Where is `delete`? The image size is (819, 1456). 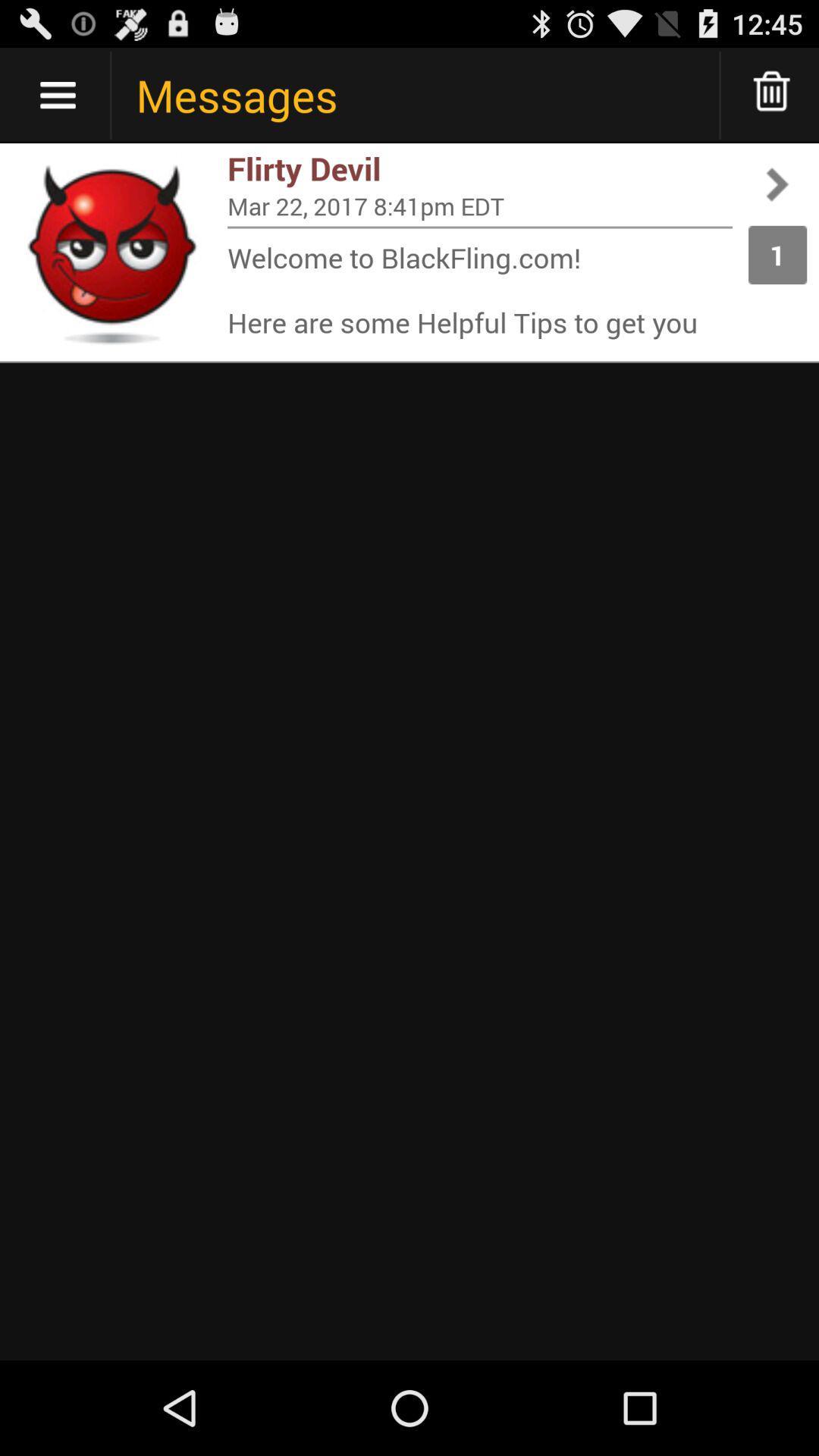 delete is located at coordinates (772, 94).